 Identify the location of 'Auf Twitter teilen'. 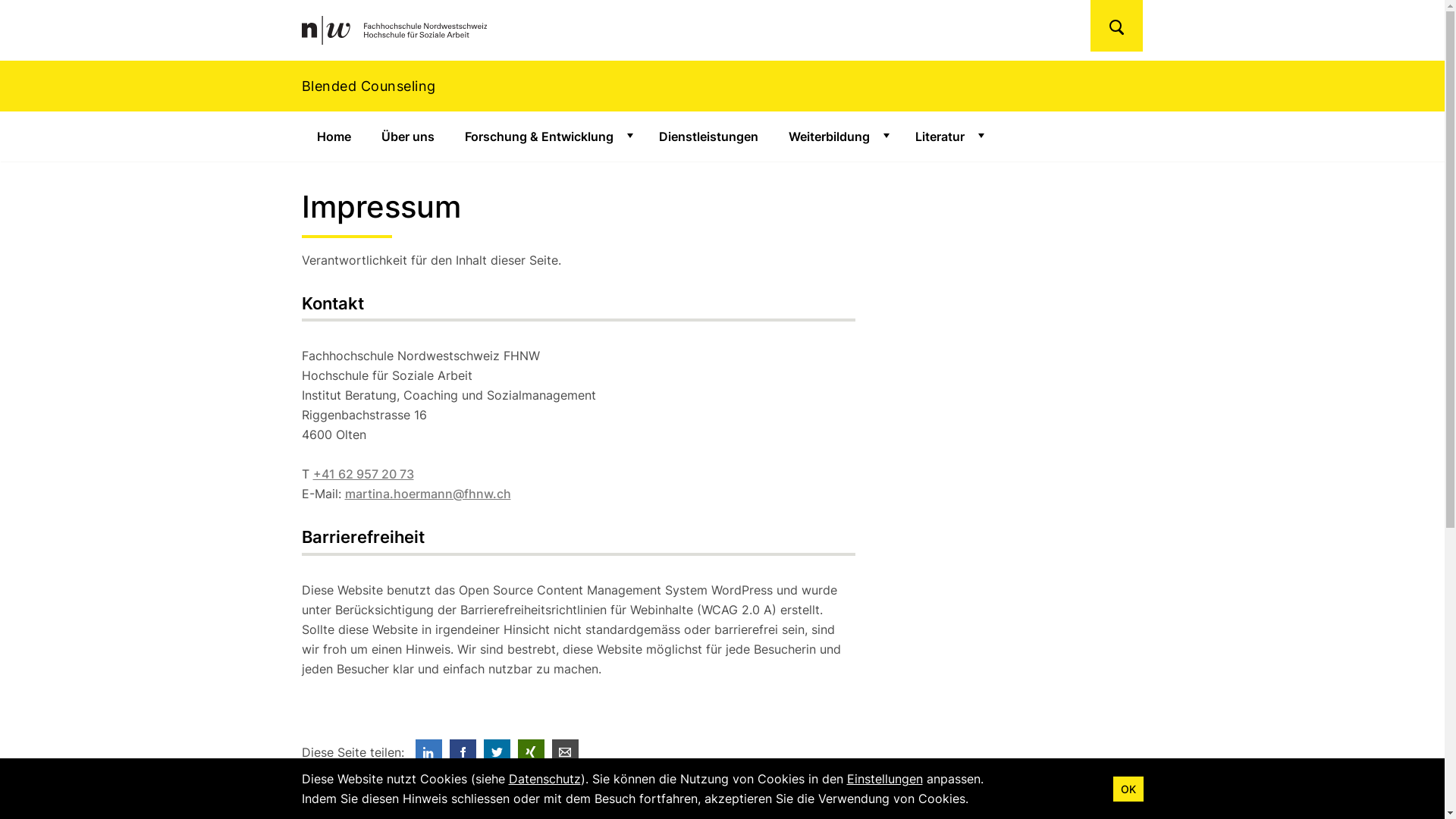
(483, 752).